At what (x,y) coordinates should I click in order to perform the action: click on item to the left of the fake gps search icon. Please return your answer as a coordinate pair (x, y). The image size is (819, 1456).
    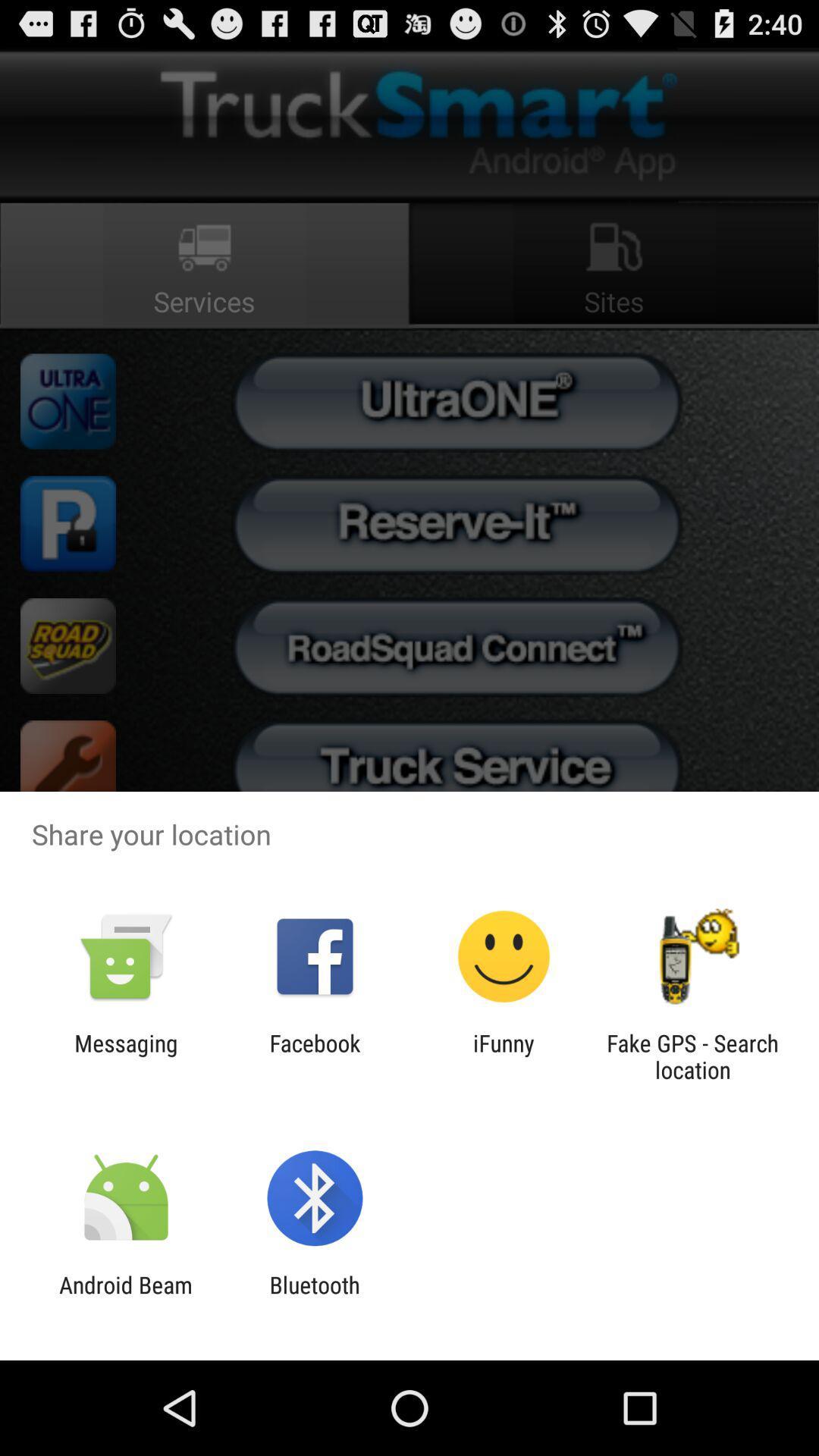
    Looking at the image, I should click on (504, 1056).